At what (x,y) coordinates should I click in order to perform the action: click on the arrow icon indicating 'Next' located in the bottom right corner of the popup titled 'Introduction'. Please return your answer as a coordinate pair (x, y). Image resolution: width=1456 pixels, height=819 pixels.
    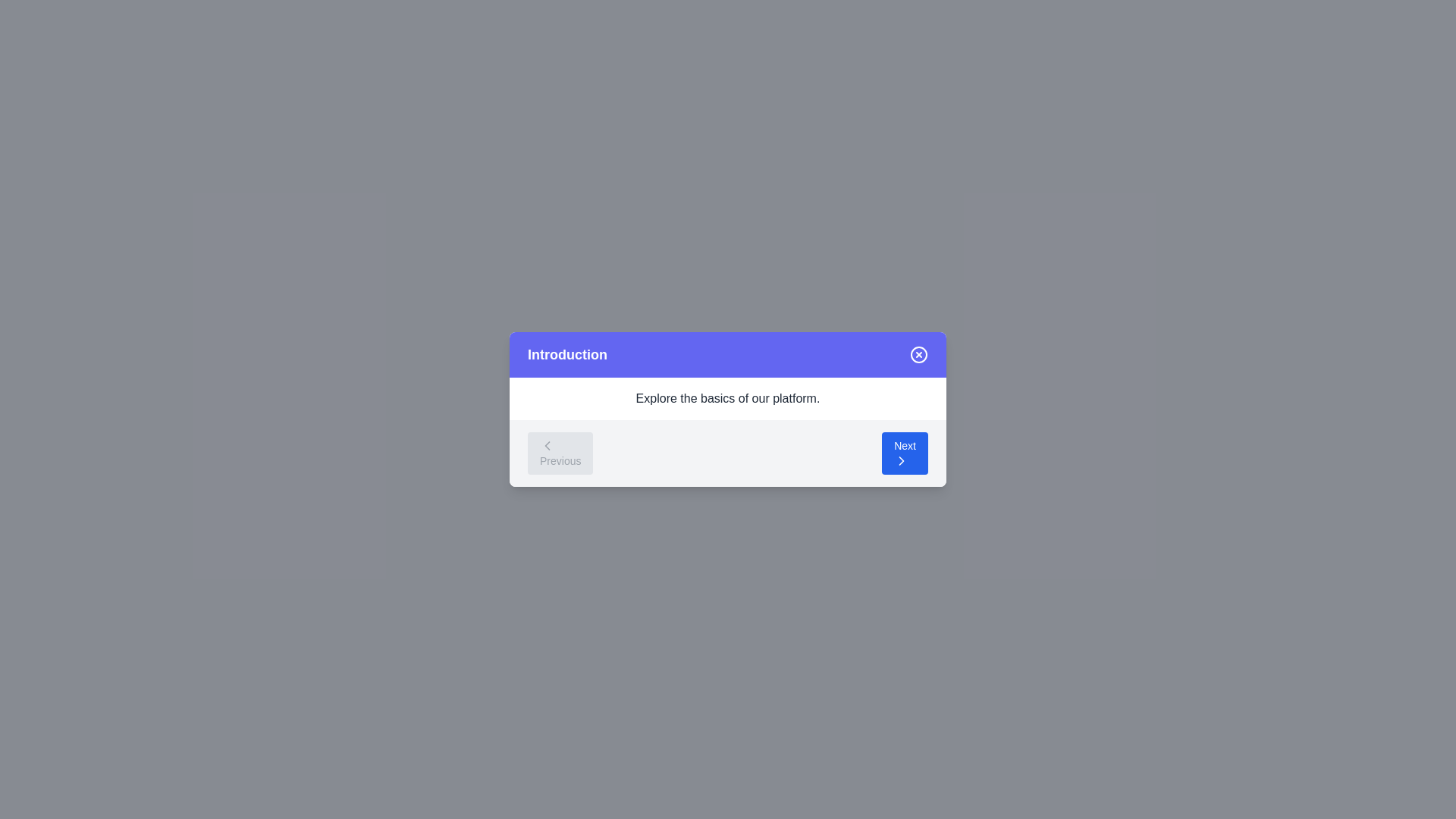
    Looking at the image, I should click on (902, 460).